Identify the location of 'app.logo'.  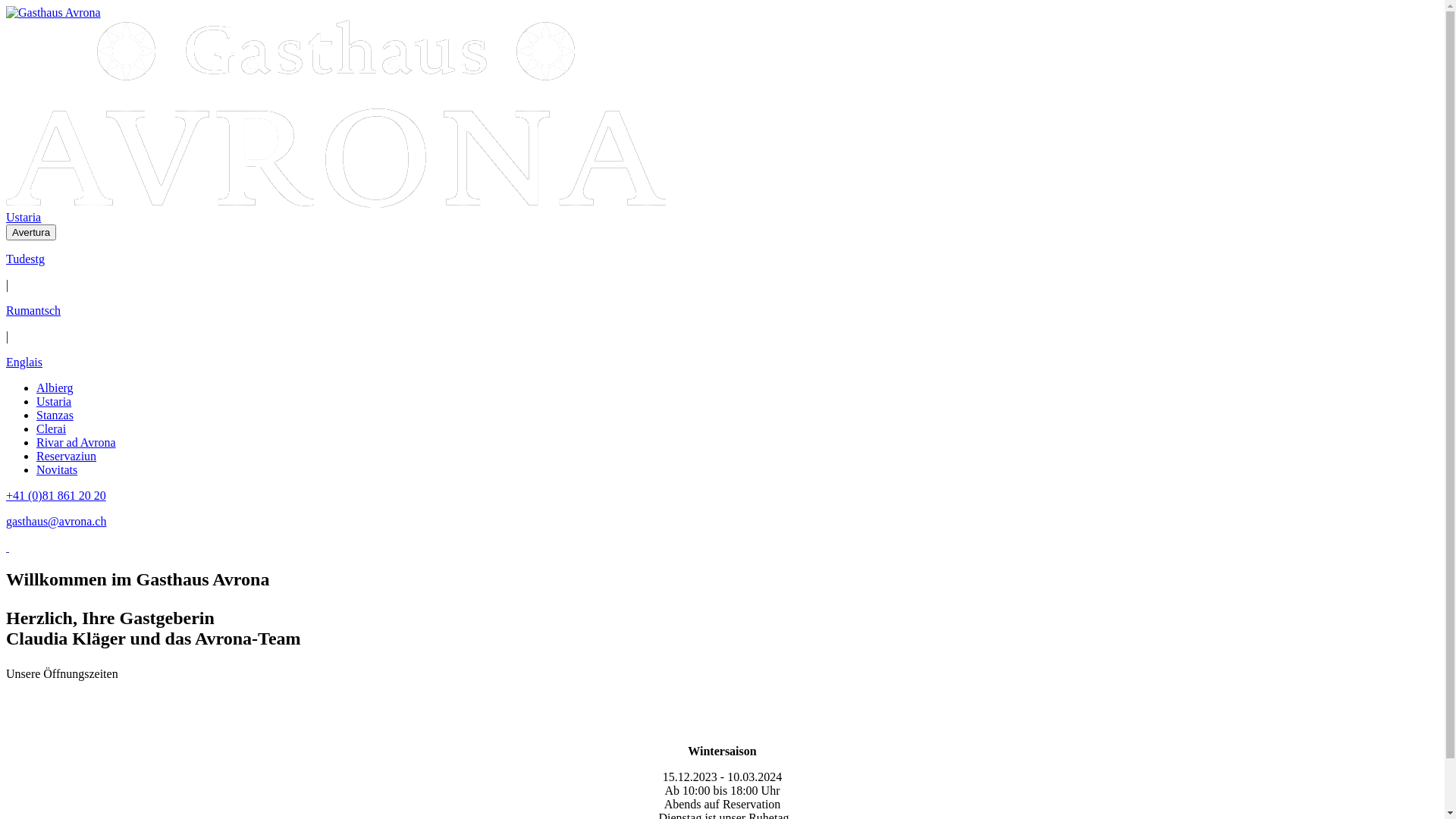
(334, 202).